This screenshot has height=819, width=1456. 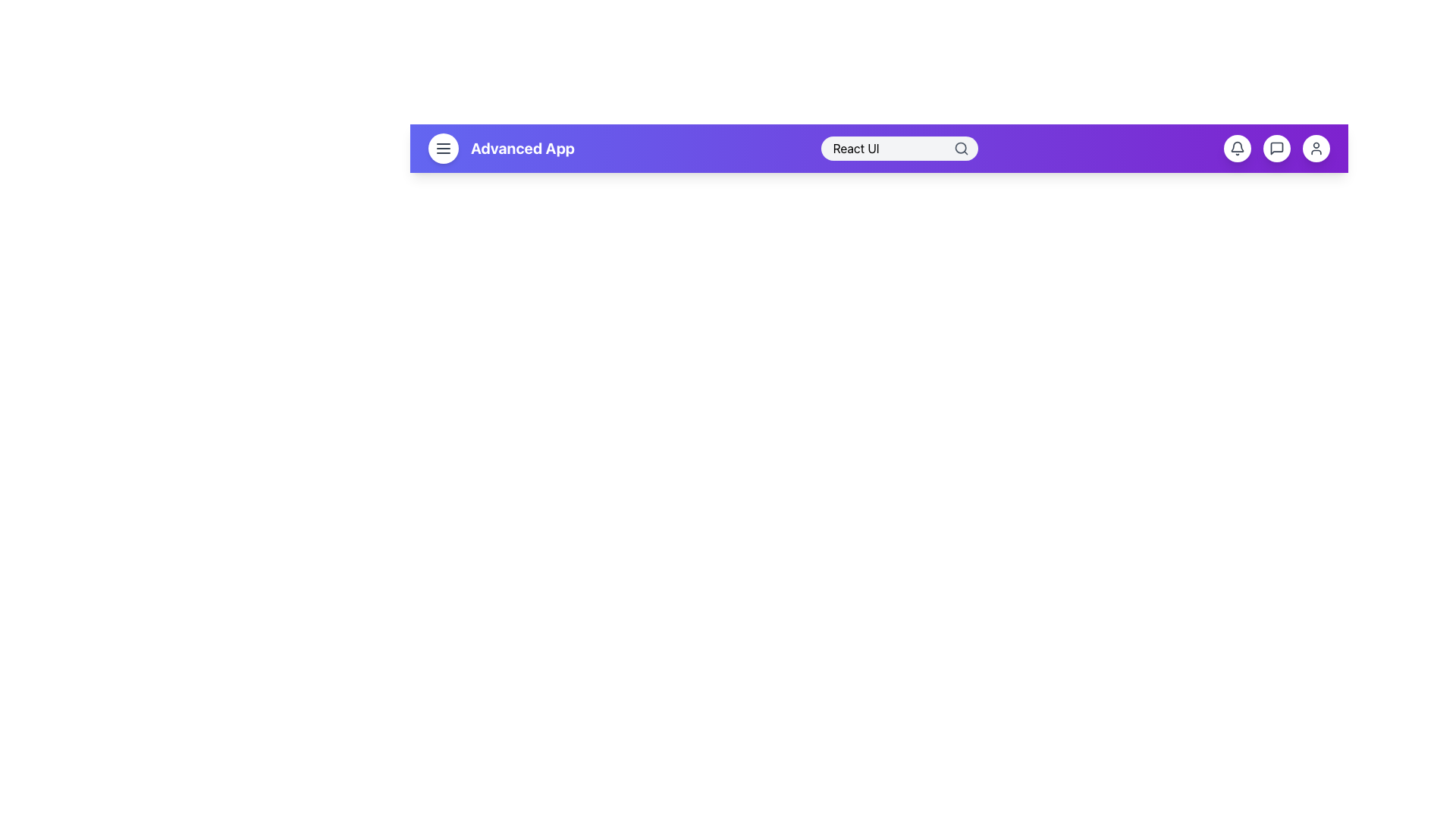 I want to click on the third circular icon from the right in the purple navigation bar, so click(x=1276, y=149).